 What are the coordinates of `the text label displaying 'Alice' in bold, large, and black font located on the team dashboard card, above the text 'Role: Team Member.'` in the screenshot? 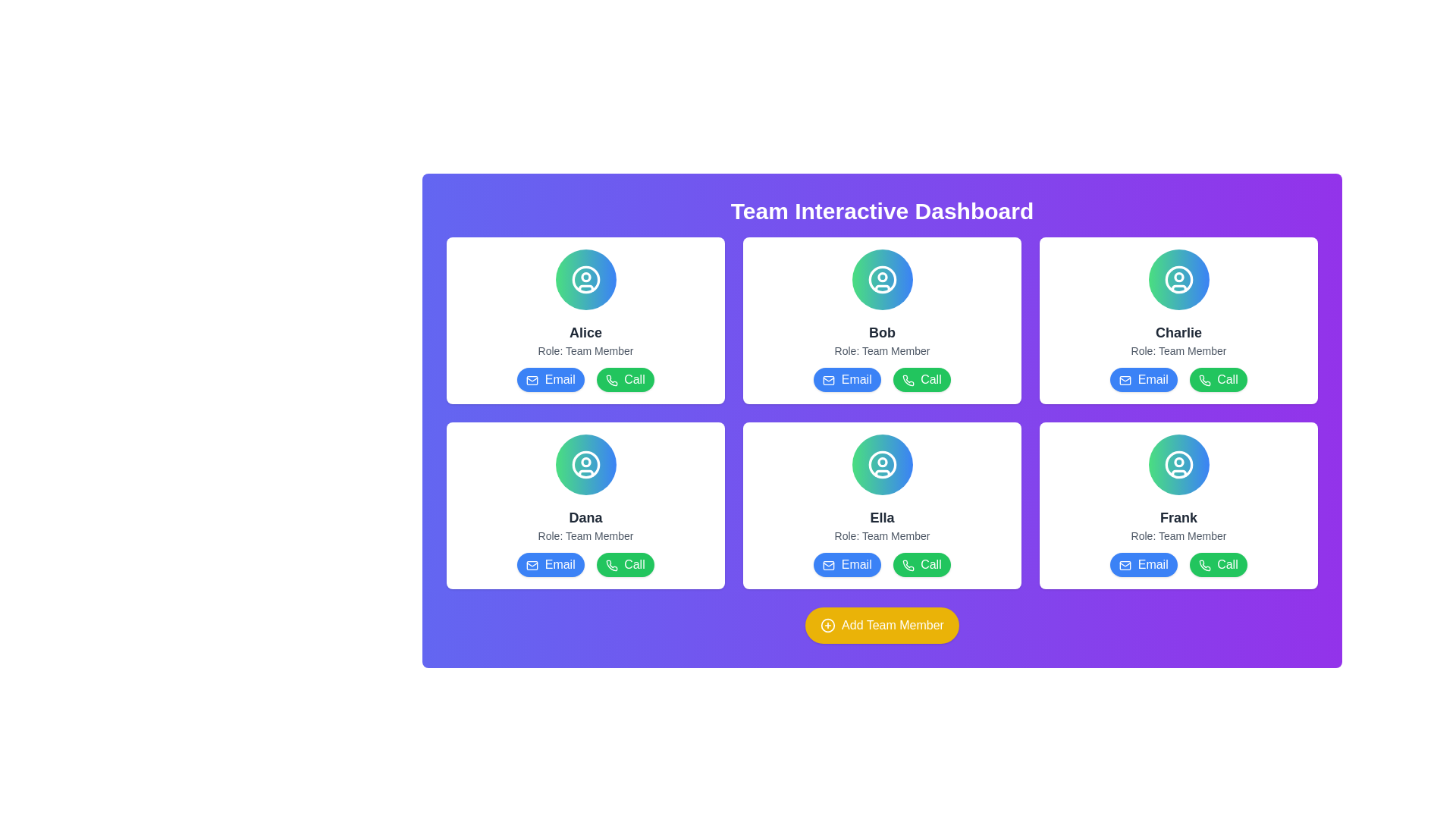 It's located at (585, 332).